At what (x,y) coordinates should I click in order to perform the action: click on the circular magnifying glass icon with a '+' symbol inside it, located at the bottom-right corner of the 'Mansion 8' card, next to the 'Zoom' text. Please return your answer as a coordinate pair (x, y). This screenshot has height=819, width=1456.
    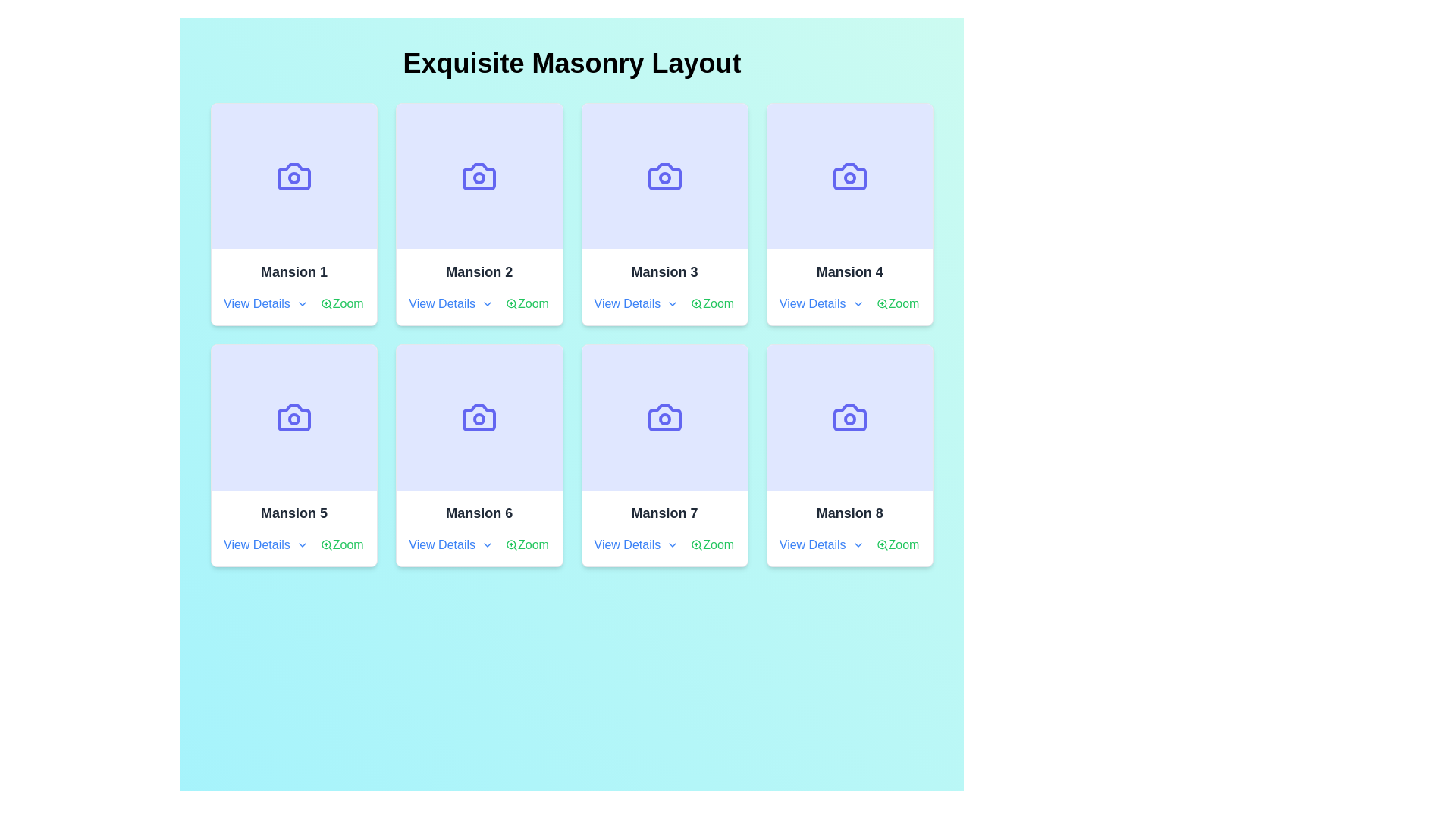
    Looking at the image, I should click on (882, 544).